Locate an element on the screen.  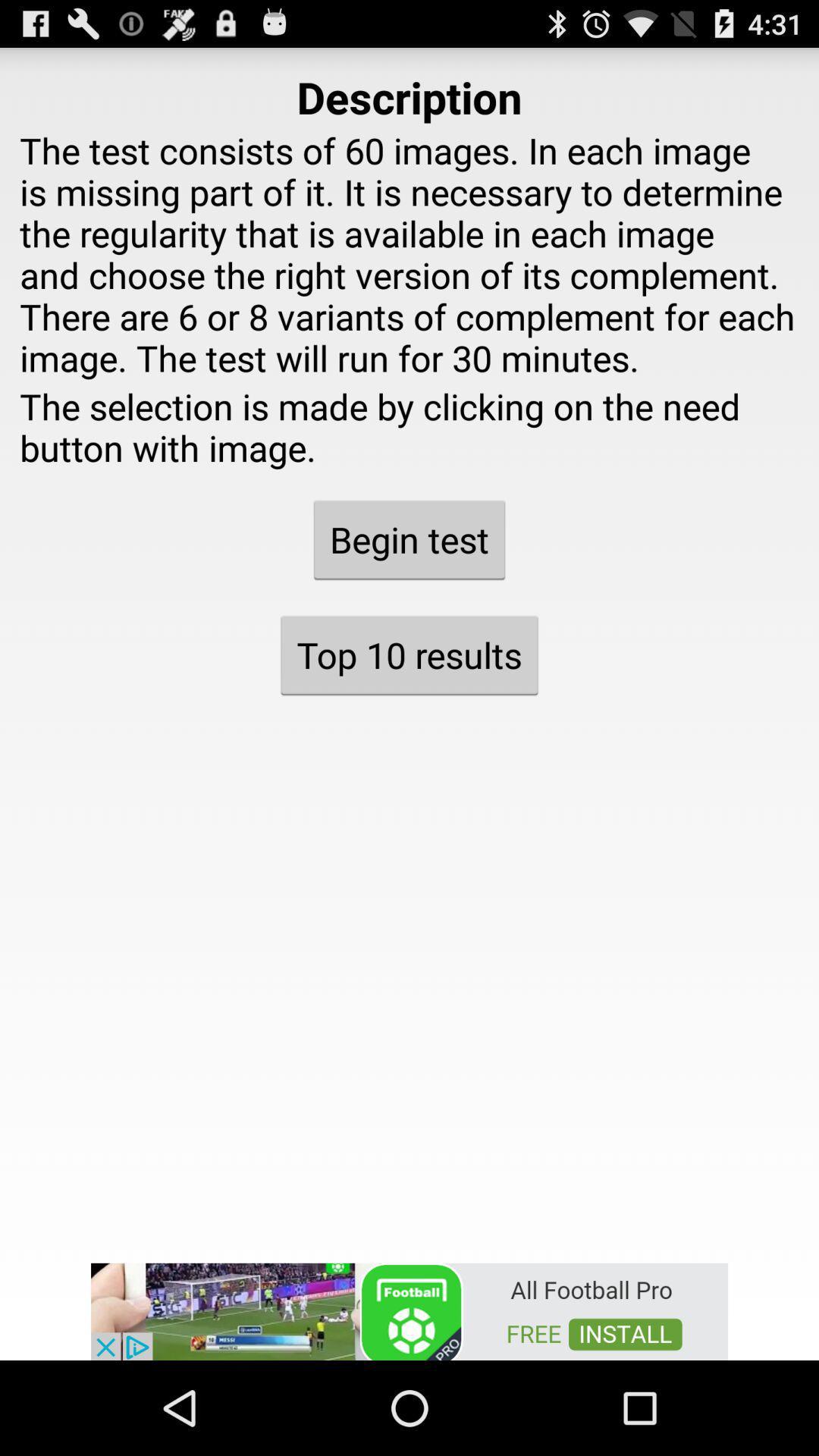
advertisement website is located at coordinates (409, 1310).